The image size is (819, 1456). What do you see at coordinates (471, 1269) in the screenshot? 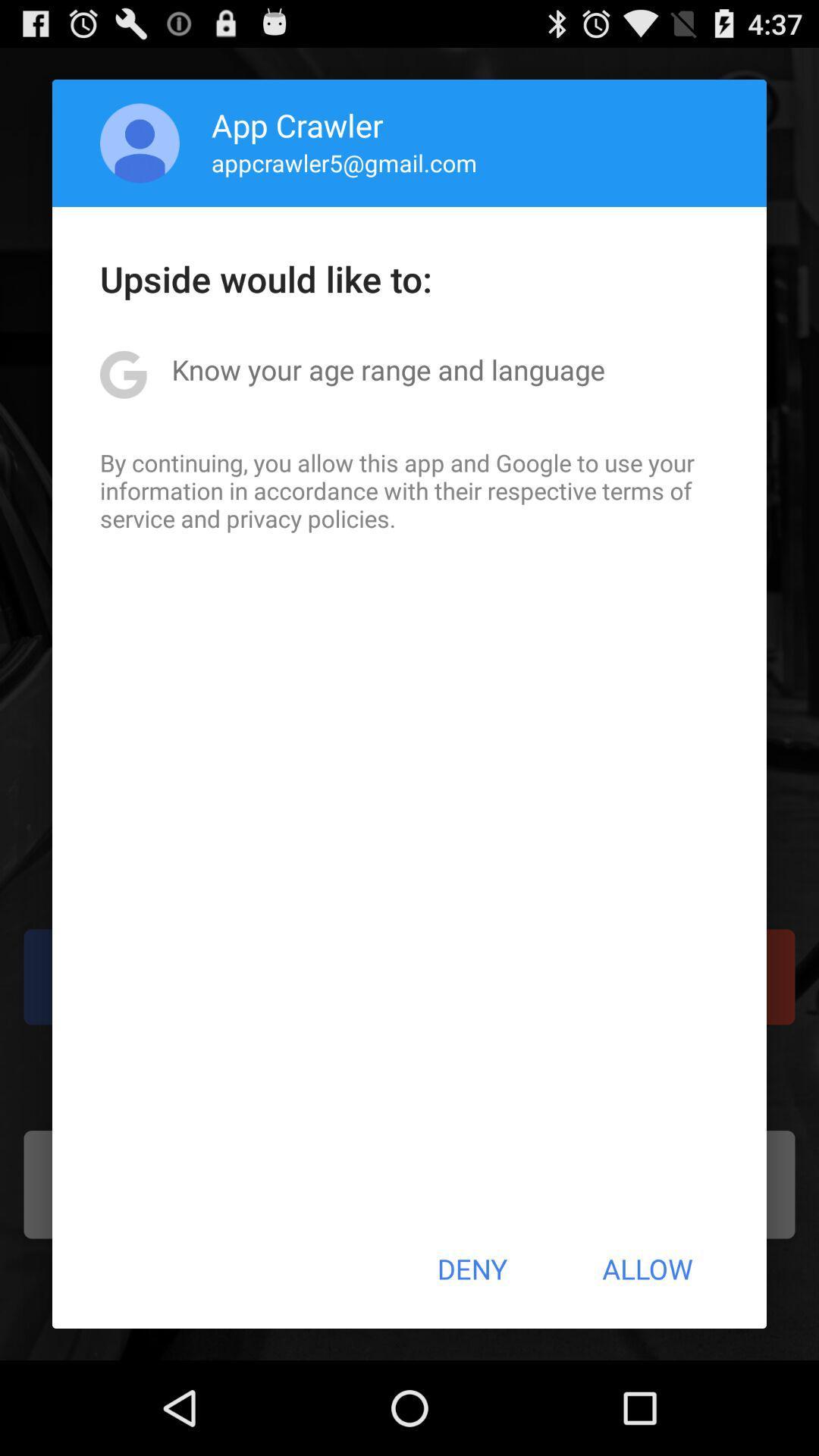
I see `item at the bottom` at bounding box center [471, 1269].